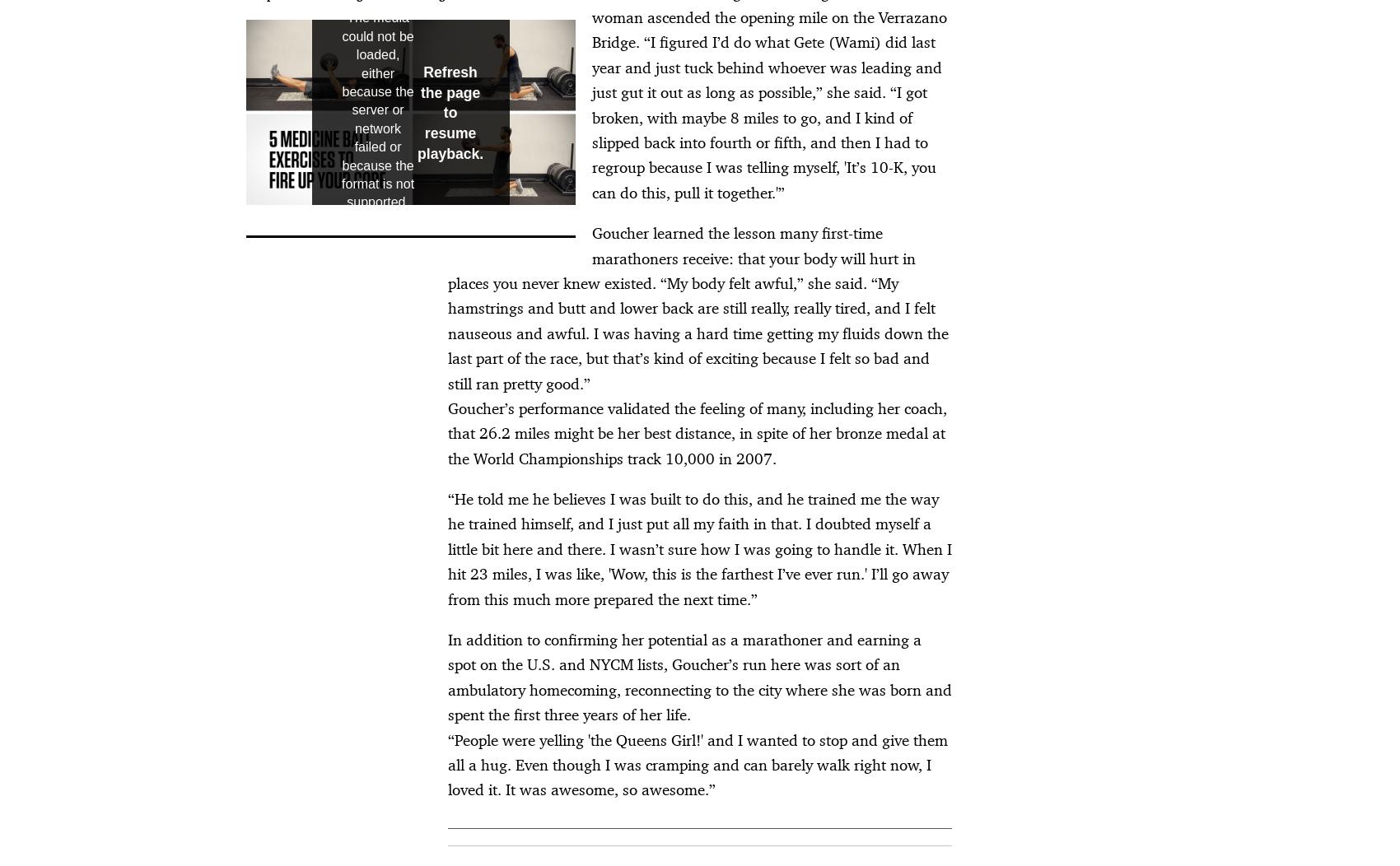  Describe the element at coordinates (930, 462) in the screenshot. I see `'Give A Gift'` at that location.